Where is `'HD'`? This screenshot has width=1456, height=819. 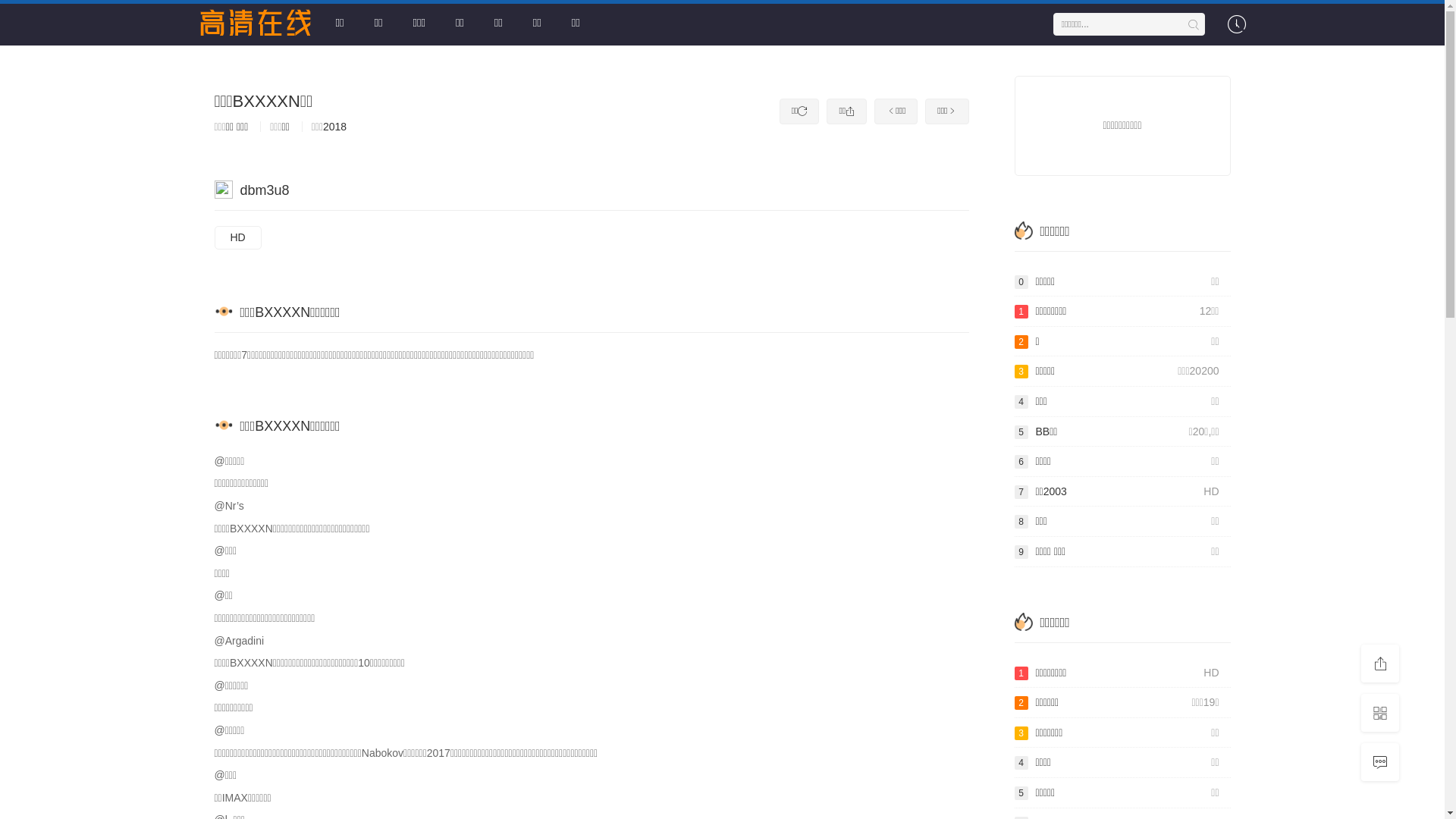 'HD' is located at coordinates (236, 237).